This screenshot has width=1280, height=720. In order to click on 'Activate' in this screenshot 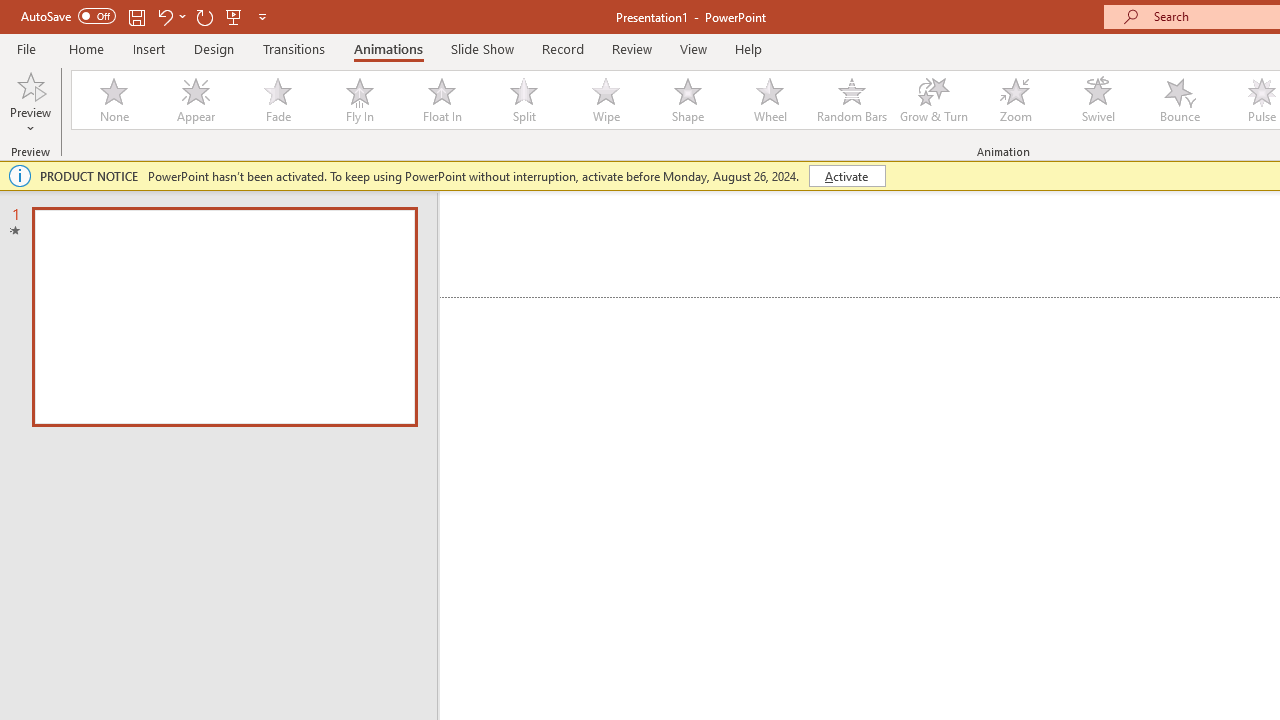, I will do `click(847, 175)`.